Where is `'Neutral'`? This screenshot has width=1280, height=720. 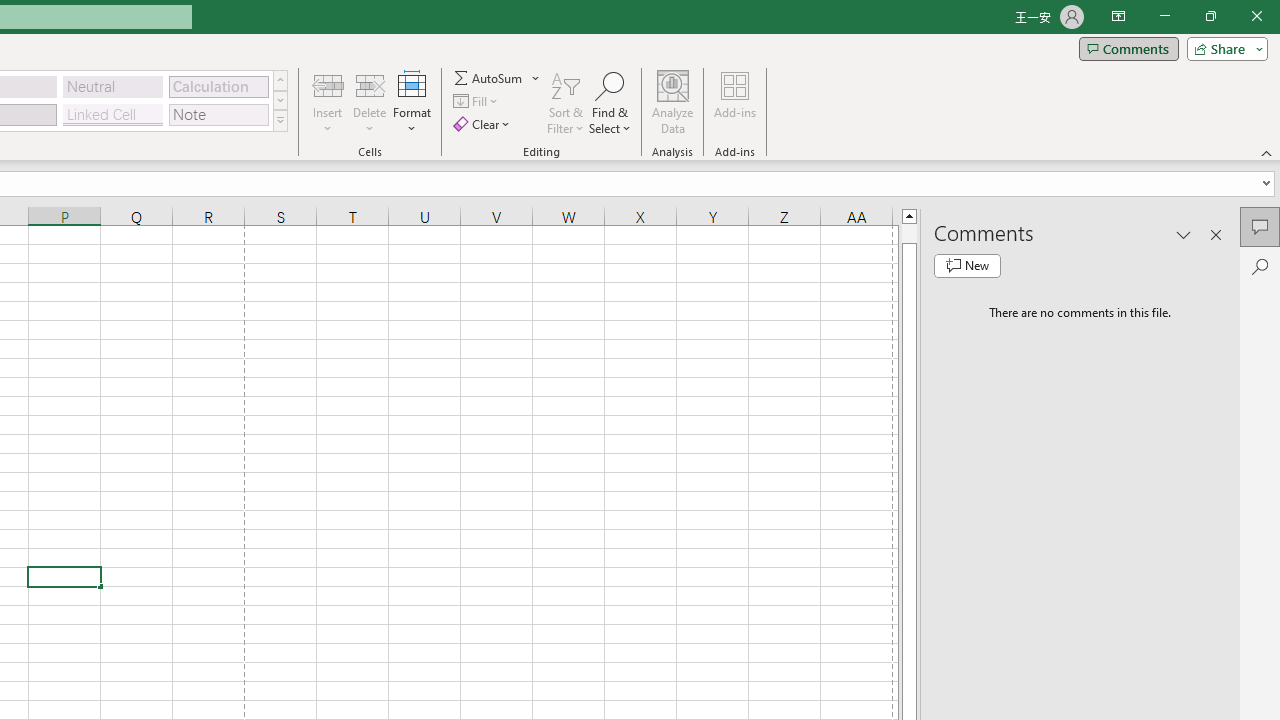
'Neutral' is located at coordinates (112, 85).